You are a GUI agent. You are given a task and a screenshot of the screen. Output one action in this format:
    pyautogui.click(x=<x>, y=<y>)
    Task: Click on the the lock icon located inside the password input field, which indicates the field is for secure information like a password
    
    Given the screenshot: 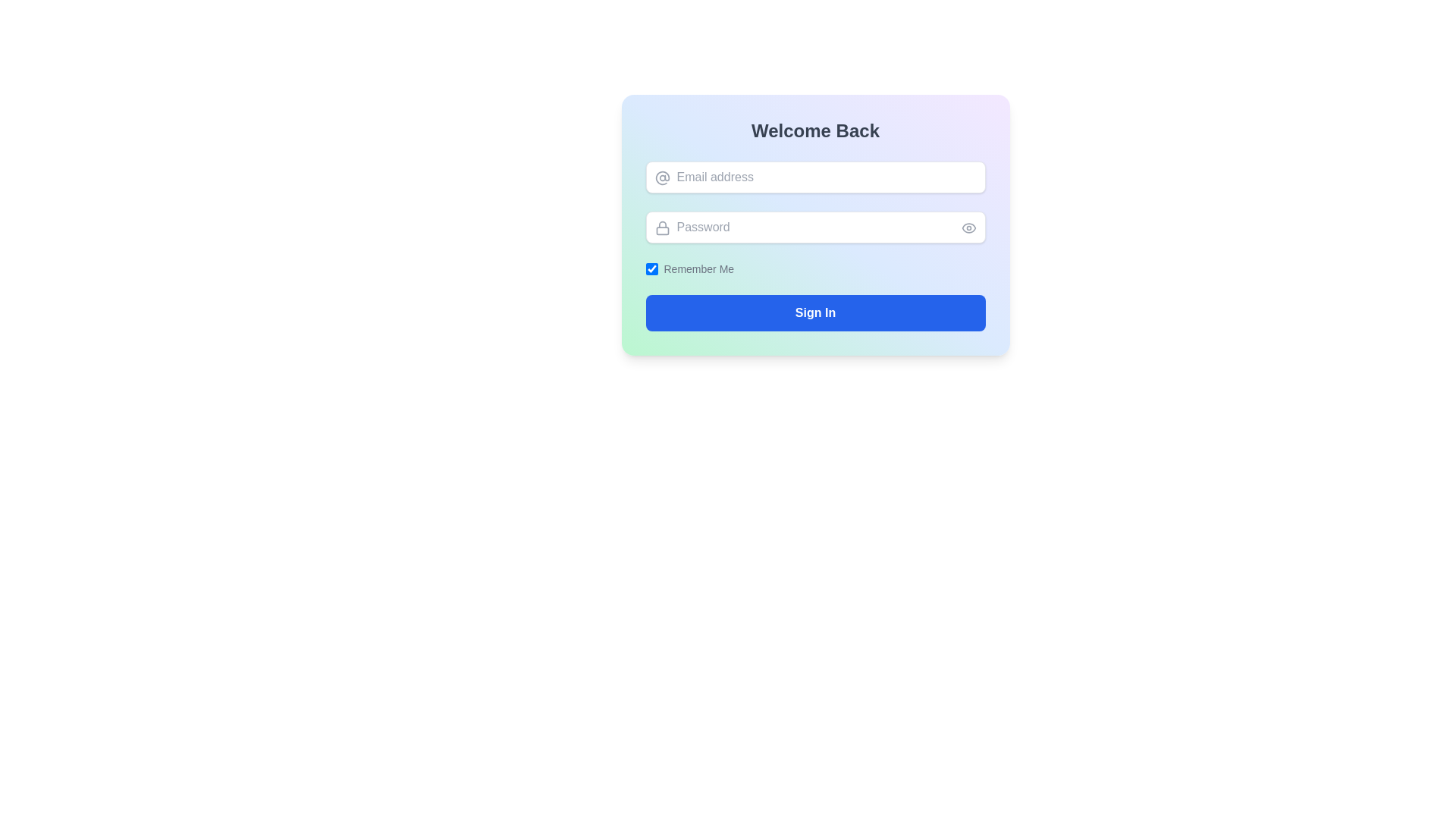 What is the action you would take?
    pyautogui.click(x=662, y=227)
    